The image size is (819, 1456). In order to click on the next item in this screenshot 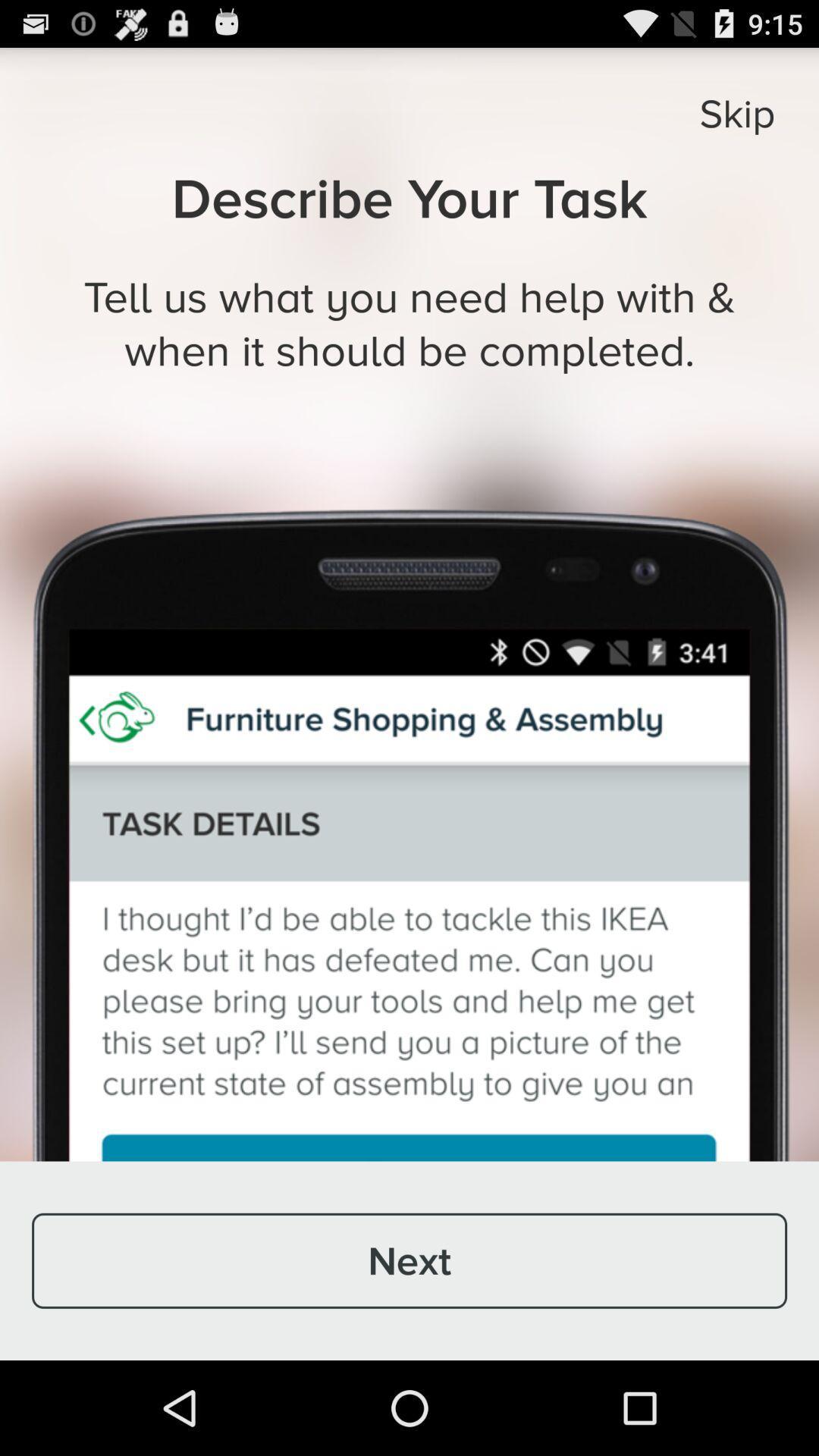, I will do `click(409, 1260)`.